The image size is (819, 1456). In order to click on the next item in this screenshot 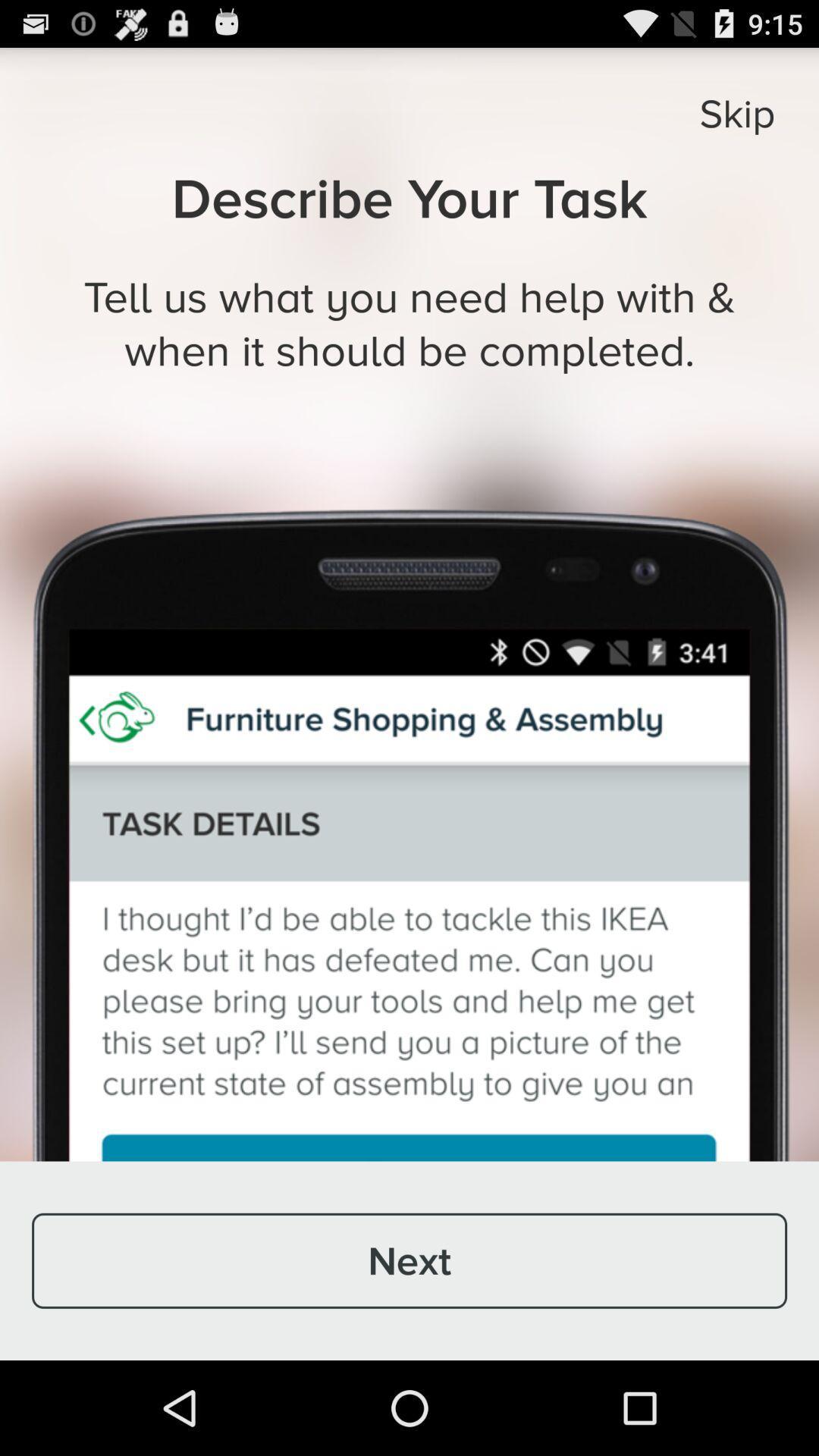, I will do `click(409, 1260)`.